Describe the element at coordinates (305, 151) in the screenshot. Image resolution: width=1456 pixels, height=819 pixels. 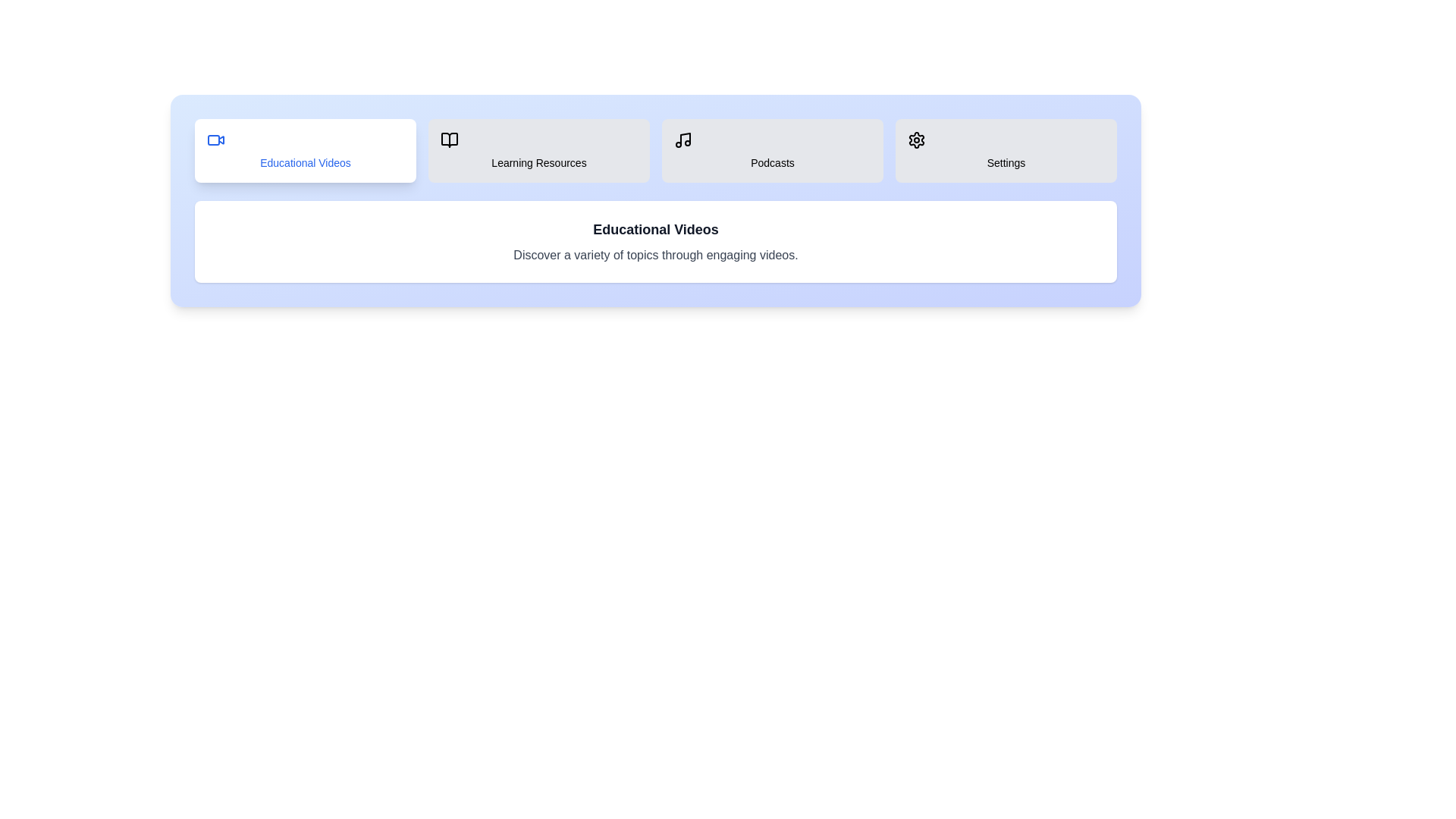
I see `the Educational Videos tab to switch views` at that location.